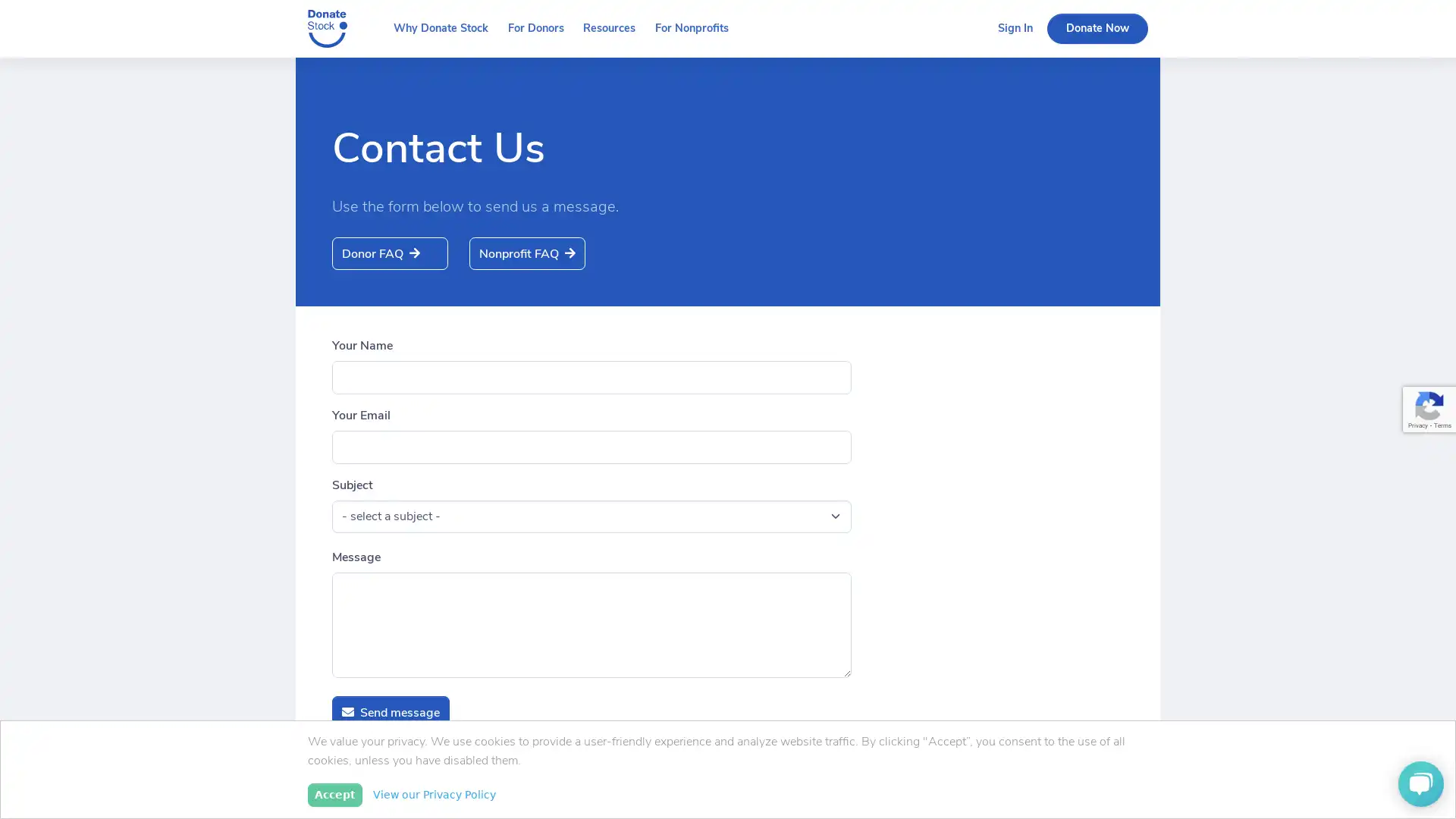 This screenshot has height=819, width=1456. I want to click on Send message, so click(391, 712).